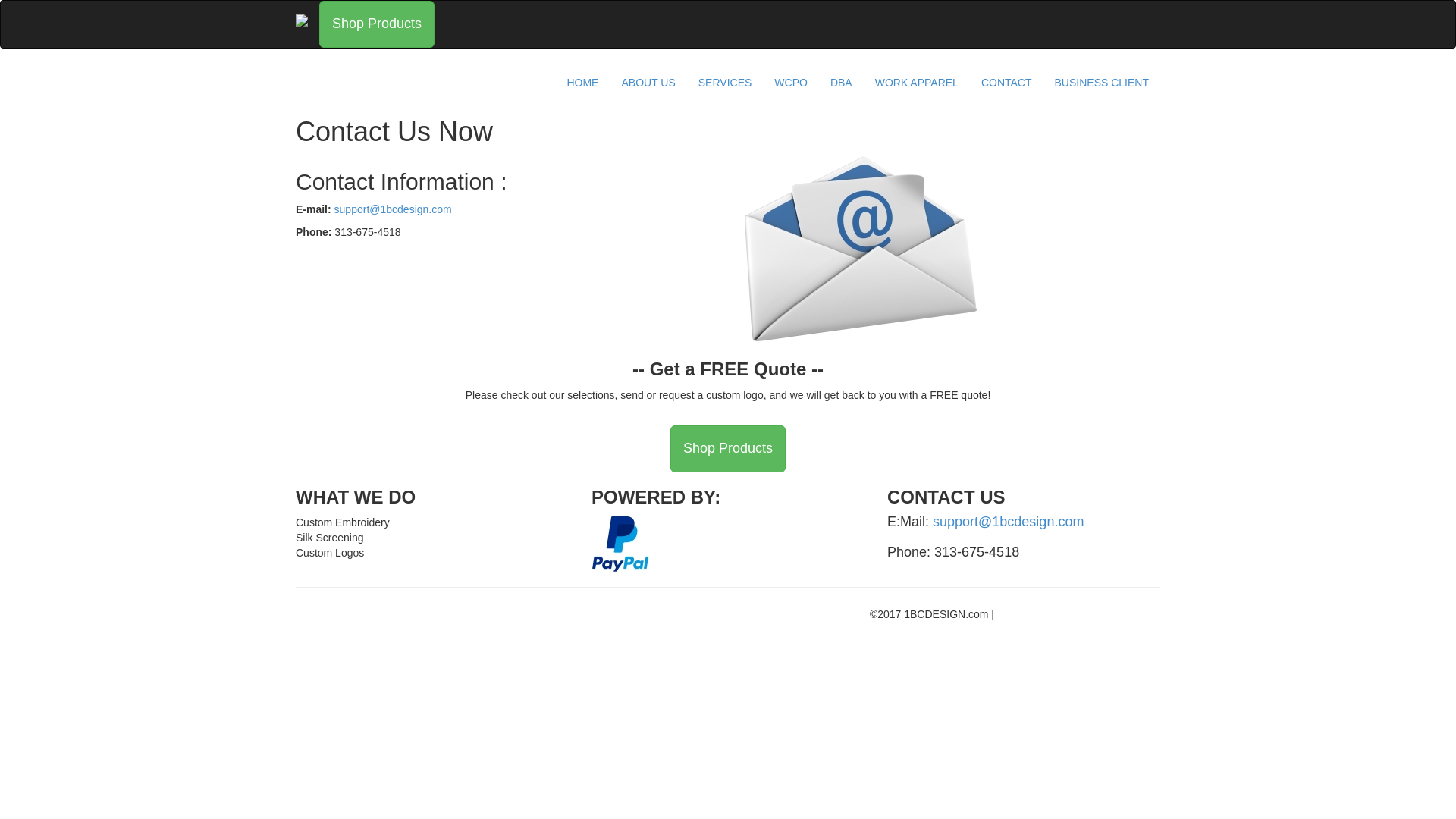 The image size is (1456, 819). Describe the element at coordinates (789, 82) in the screenshot. I see `'WCPO'` at that location.